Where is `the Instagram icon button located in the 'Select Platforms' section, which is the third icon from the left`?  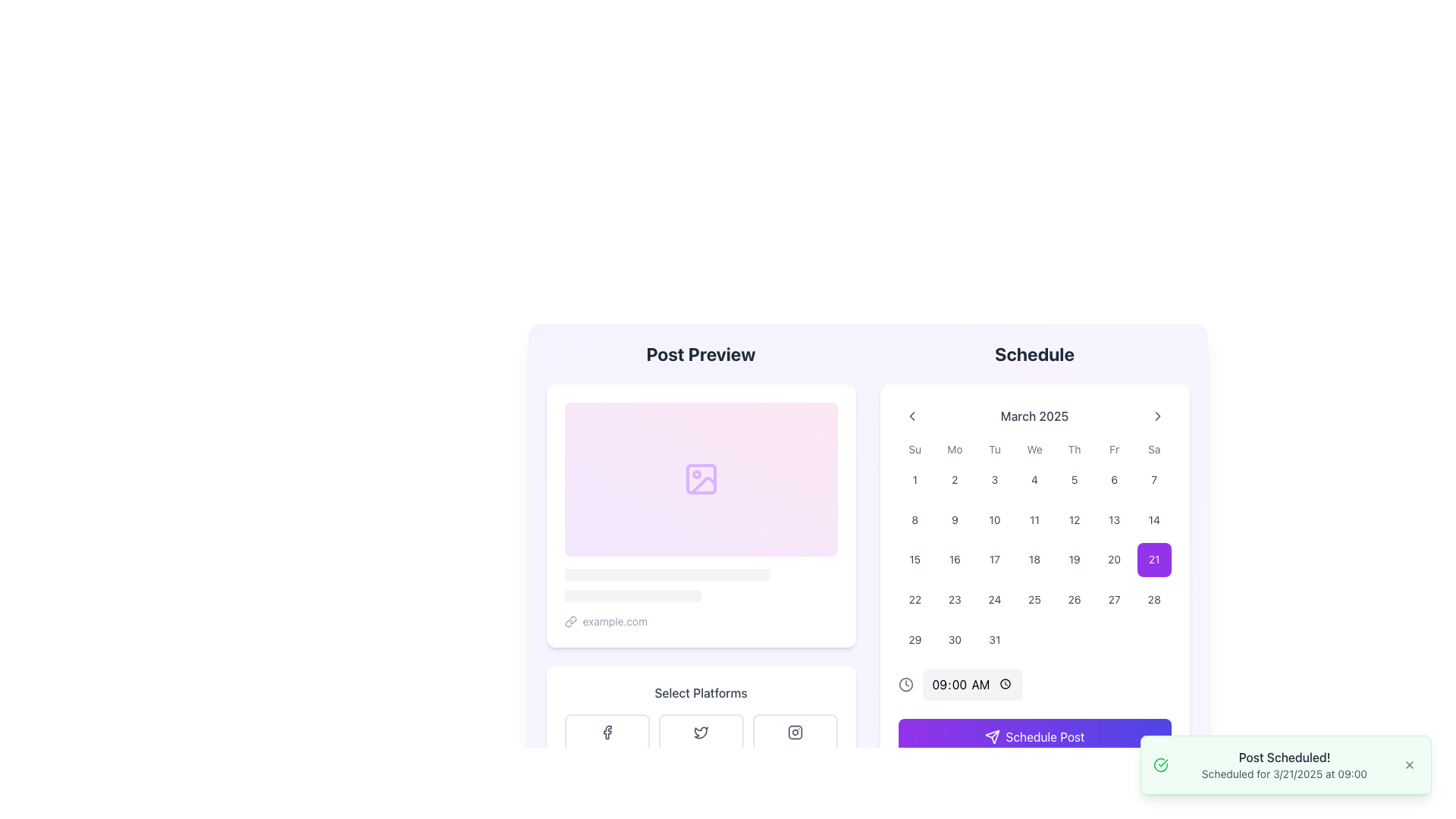
the Instagram icon button located in the 'Select Platforms' section, which is the third icon from the left is located at coordinates (794, 731).